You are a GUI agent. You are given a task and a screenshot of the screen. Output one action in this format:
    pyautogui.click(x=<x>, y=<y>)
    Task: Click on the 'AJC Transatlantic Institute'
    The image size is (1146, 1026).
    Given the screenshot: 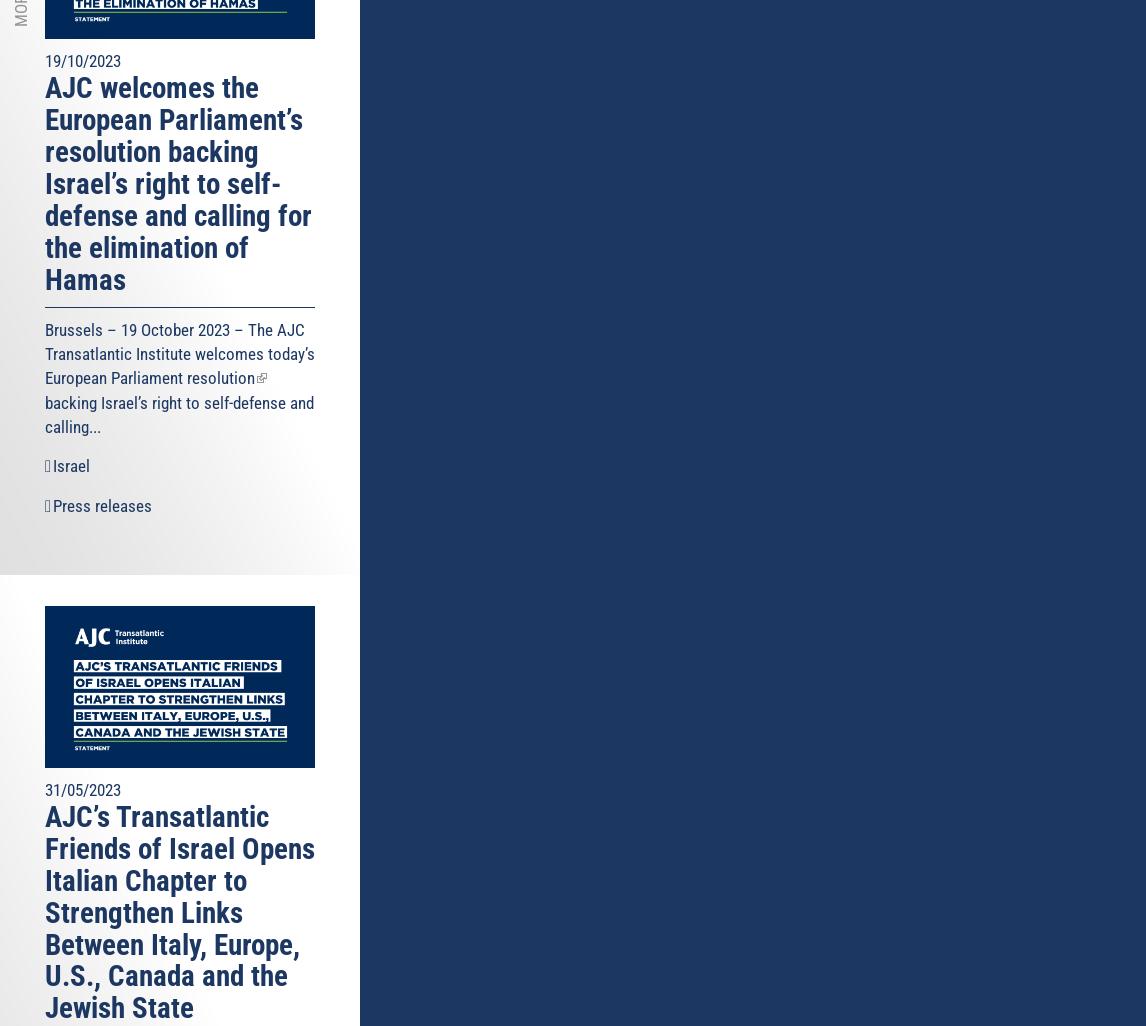 What is the action you would take?
    pyautogui.click(x=174, y=341)
    